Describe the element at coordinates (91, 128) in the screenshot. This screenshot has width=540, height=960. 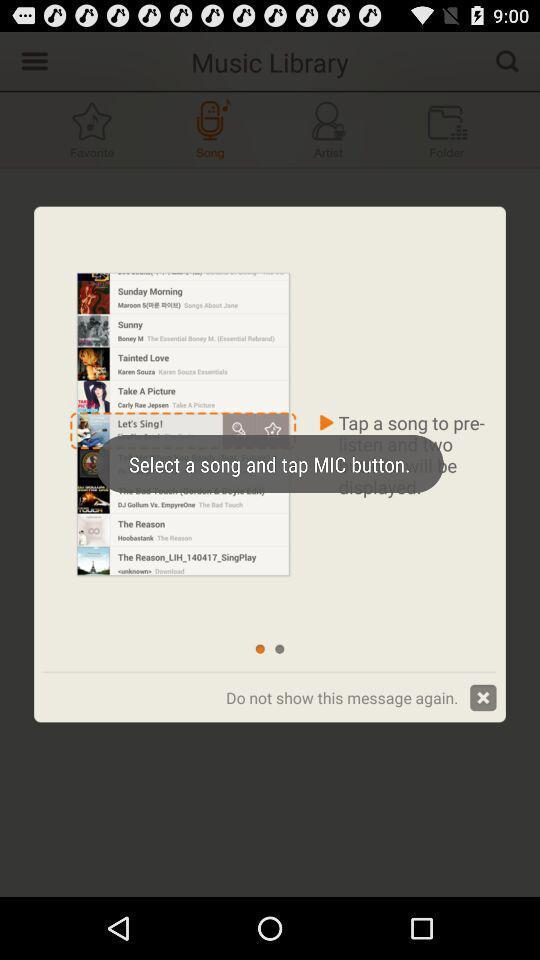
I see `symbol` at that location.